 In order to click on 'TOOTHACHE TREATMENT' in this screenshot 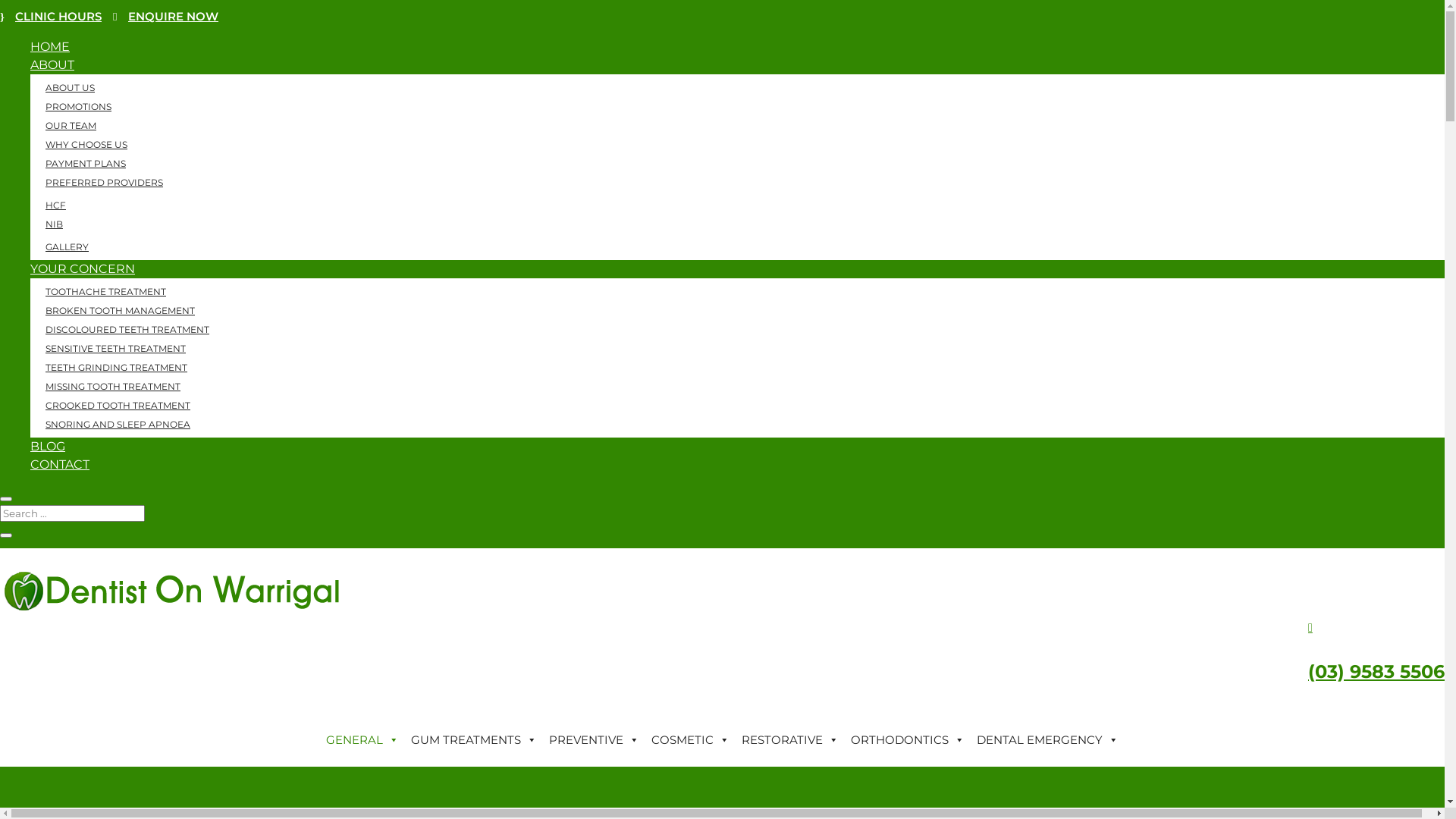, I will do `click(105, 291)`.